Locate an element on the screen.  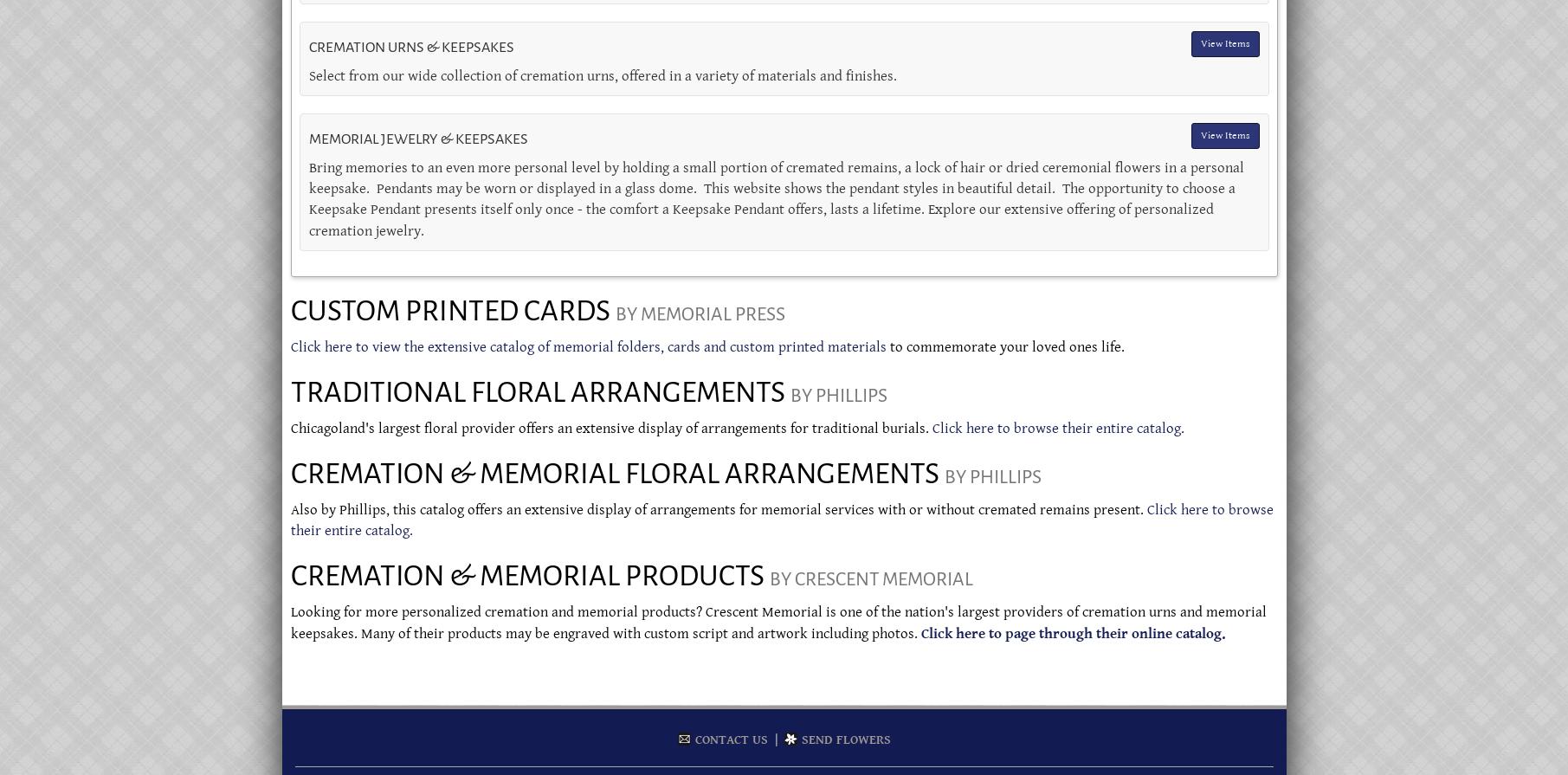
'Click here to view the extensive catalog of memorial folders, cards and custom printed materials' is located at coordinates (587, 346).